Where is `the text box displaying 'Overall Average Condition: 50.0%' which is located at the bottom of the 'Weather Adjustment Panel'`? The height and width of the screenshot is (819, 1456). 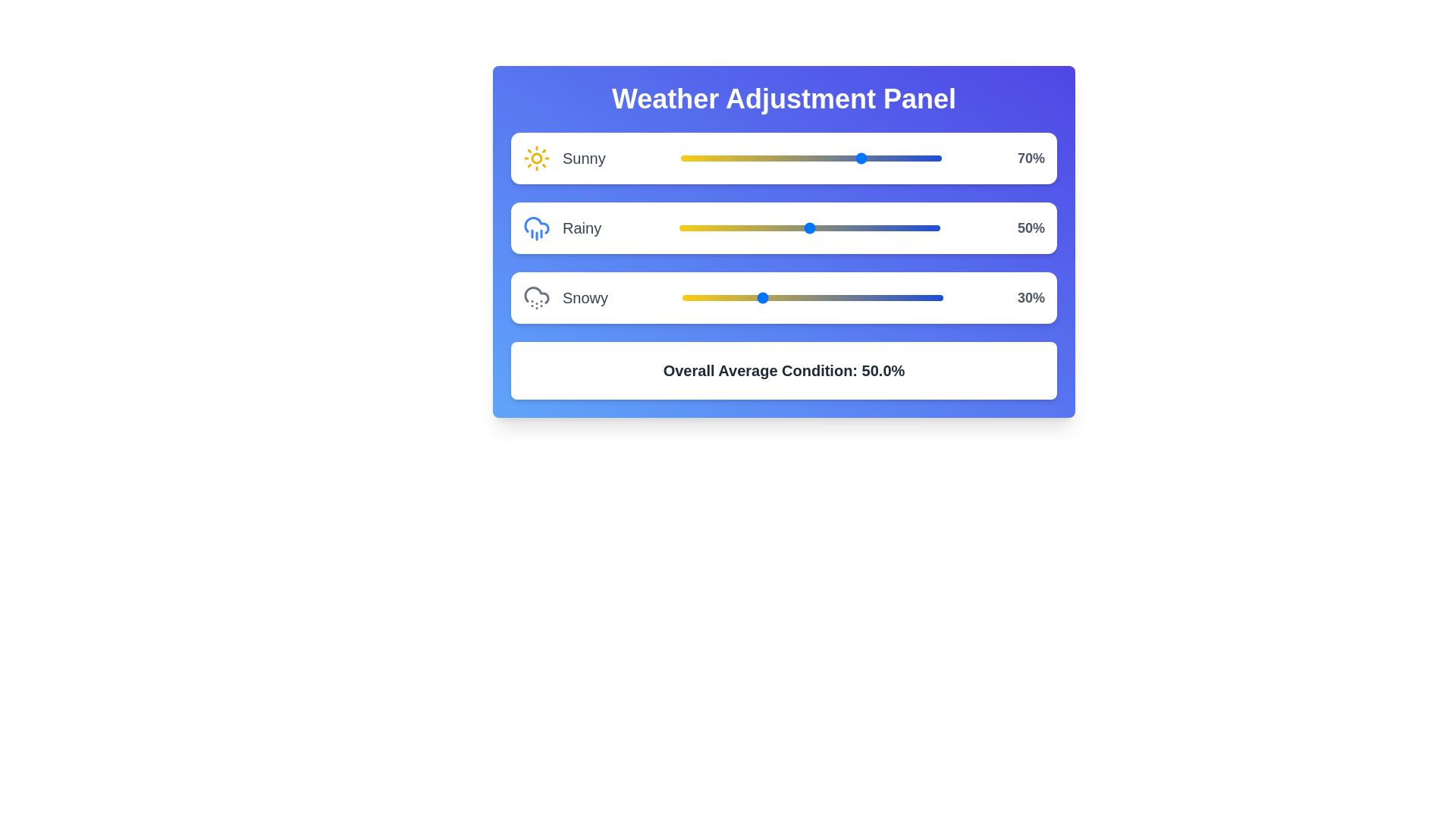 the text box displaying 'Overall Average Condition: 50.0%' which is located at the bottom of the 'Weather Adjustment Panel' is located at coordinates (783, 371).